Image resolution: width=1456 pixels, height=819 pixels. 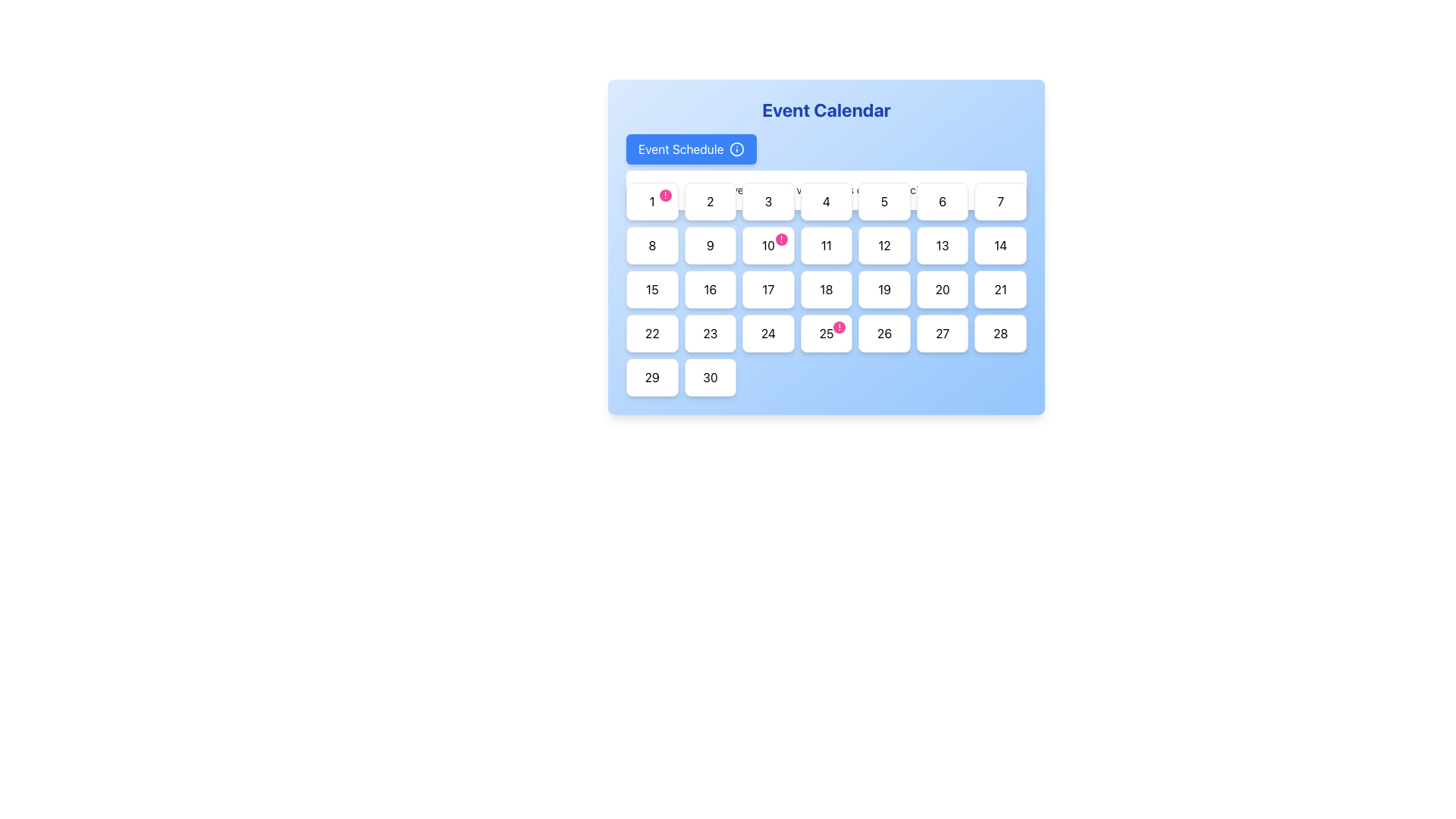 What do you see at coordinates (652, 289) in the screenshot?
I see `the calendar date cell displaying the number '15' to trigger its hover effects` at bounding box center [652, 289].